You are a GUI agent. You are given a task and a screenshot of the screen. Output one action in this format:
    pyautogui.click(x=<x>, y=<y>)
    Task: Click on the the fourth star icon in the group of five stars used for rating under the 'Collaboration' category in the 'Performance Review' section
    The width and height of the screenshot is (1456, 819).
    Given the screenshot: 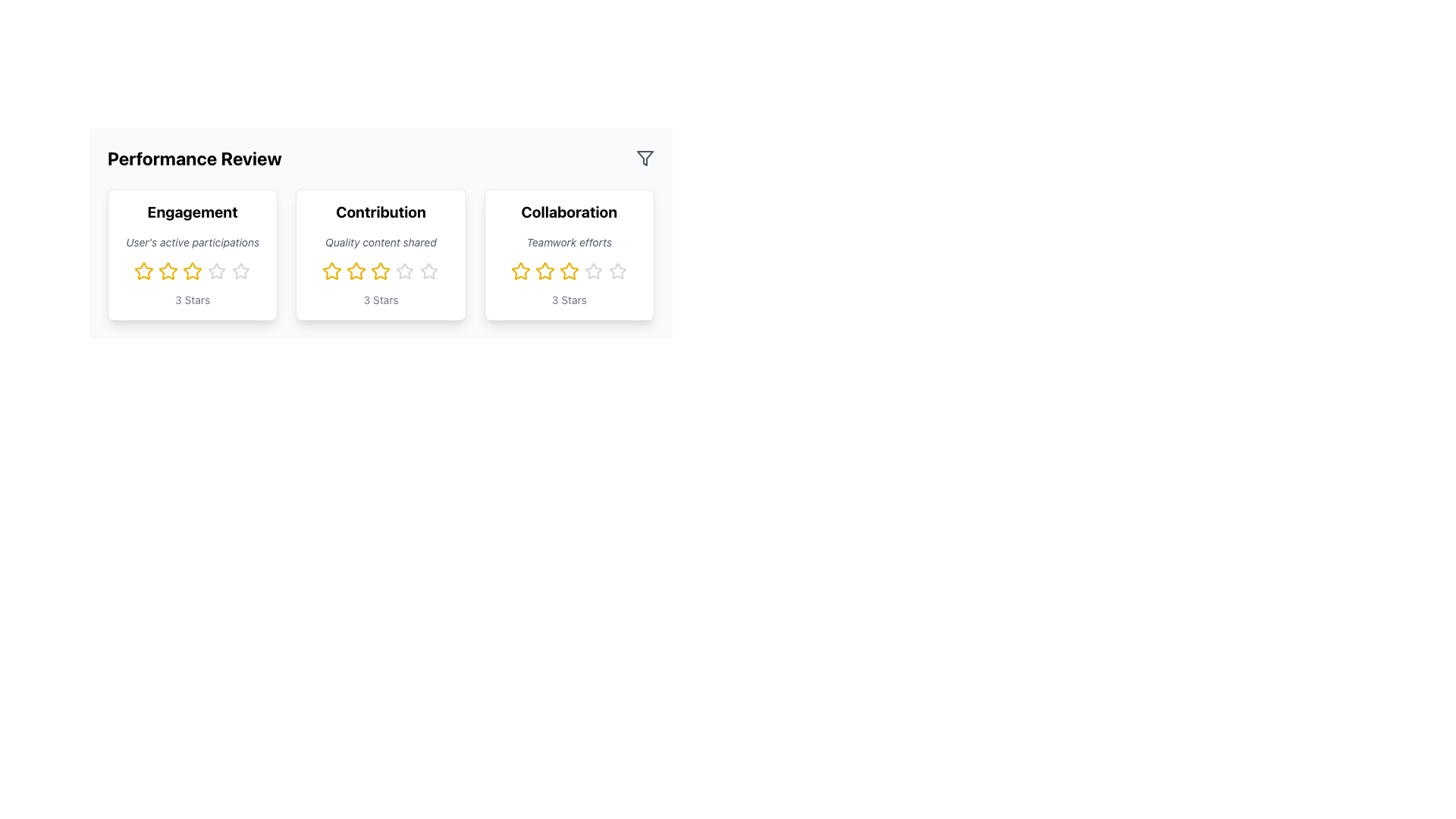 What is the action you would take?
    pyautogui.click(x=592, y=270)
    